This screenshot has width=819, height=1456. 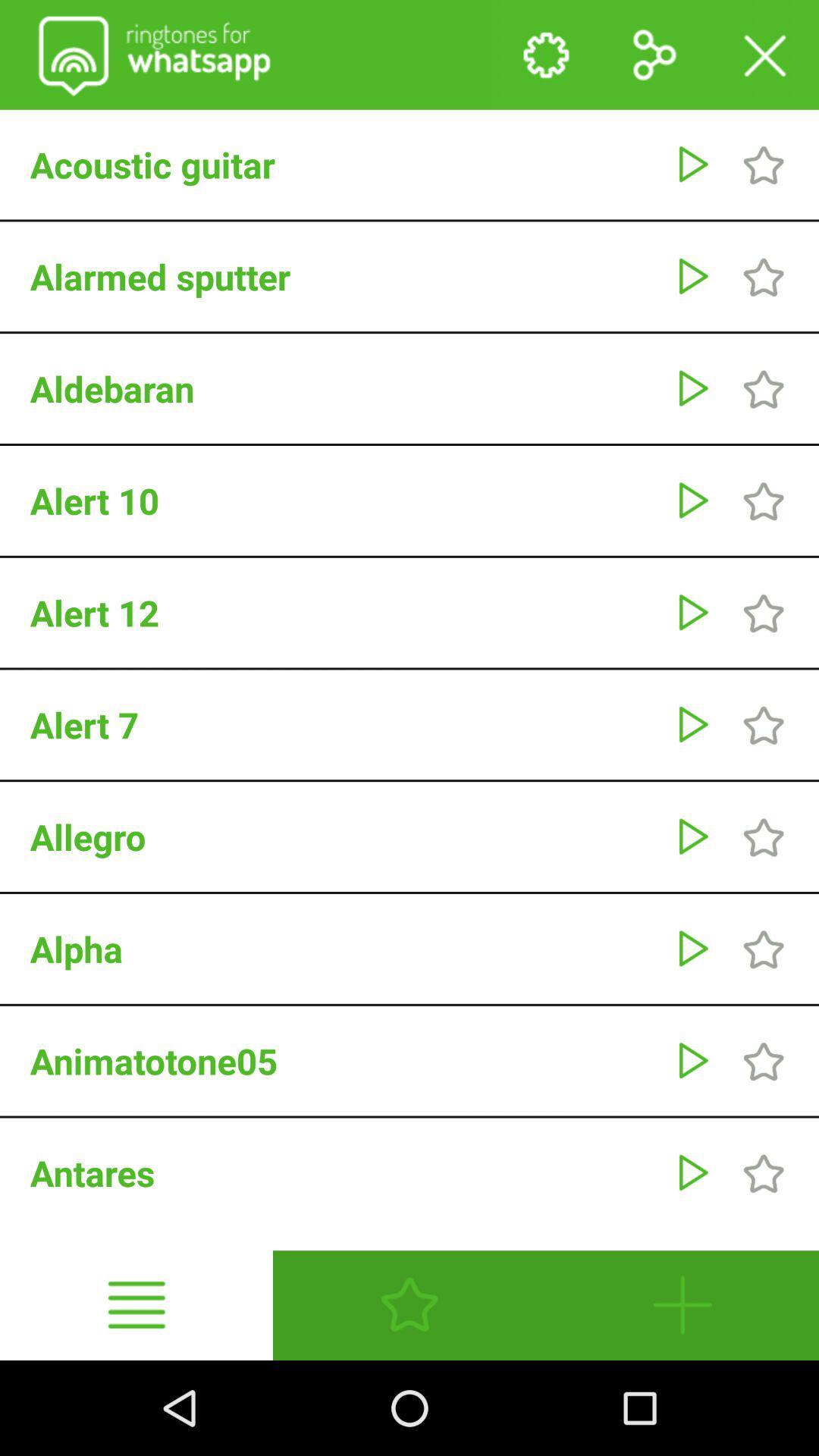 I want to click on acoustic guitar, so click(x=344, y=165).